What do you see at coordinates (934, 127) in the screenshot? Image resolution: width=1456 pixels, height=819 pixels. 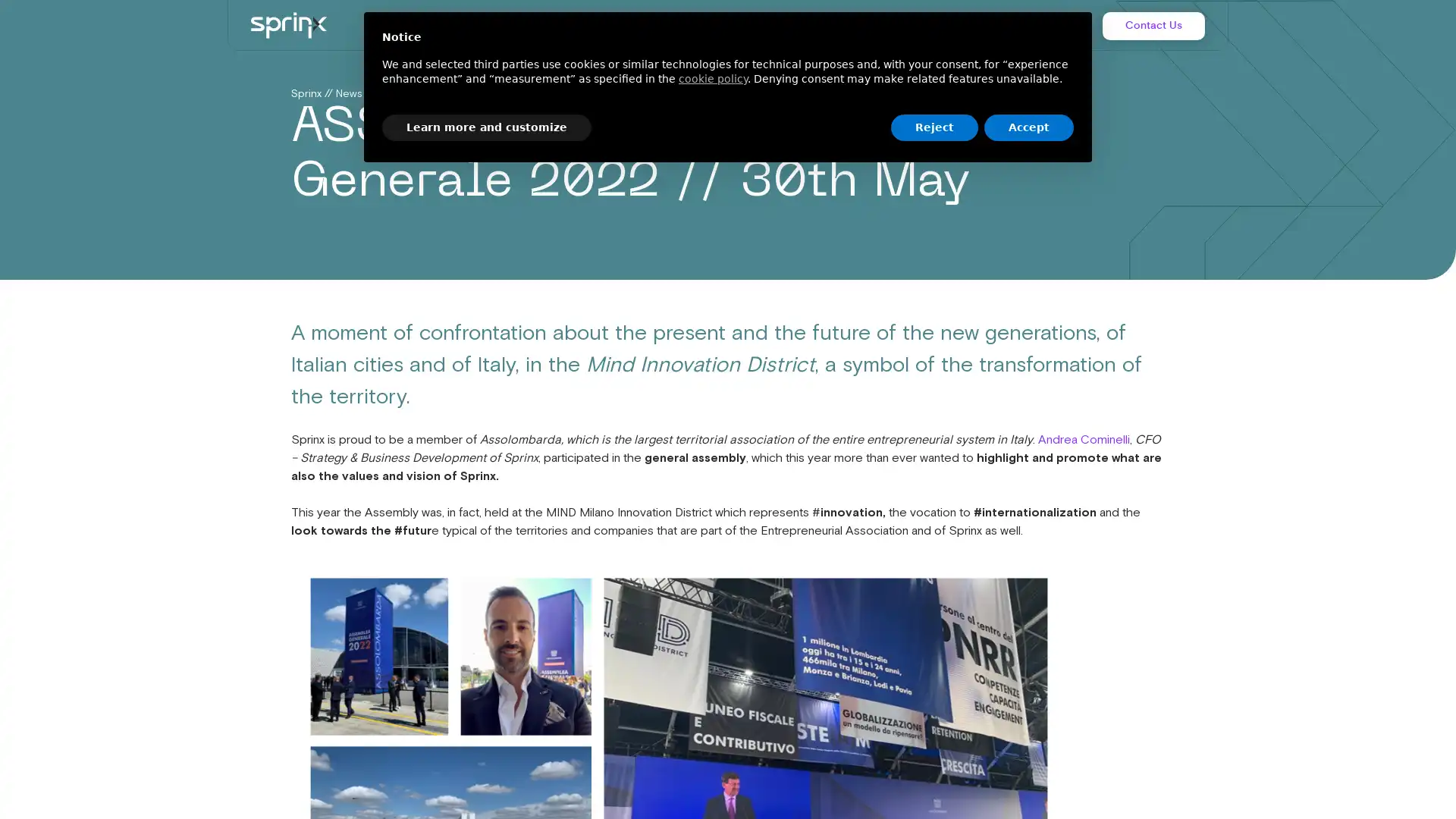 I see `Reject` at bounding box center [934, 127].